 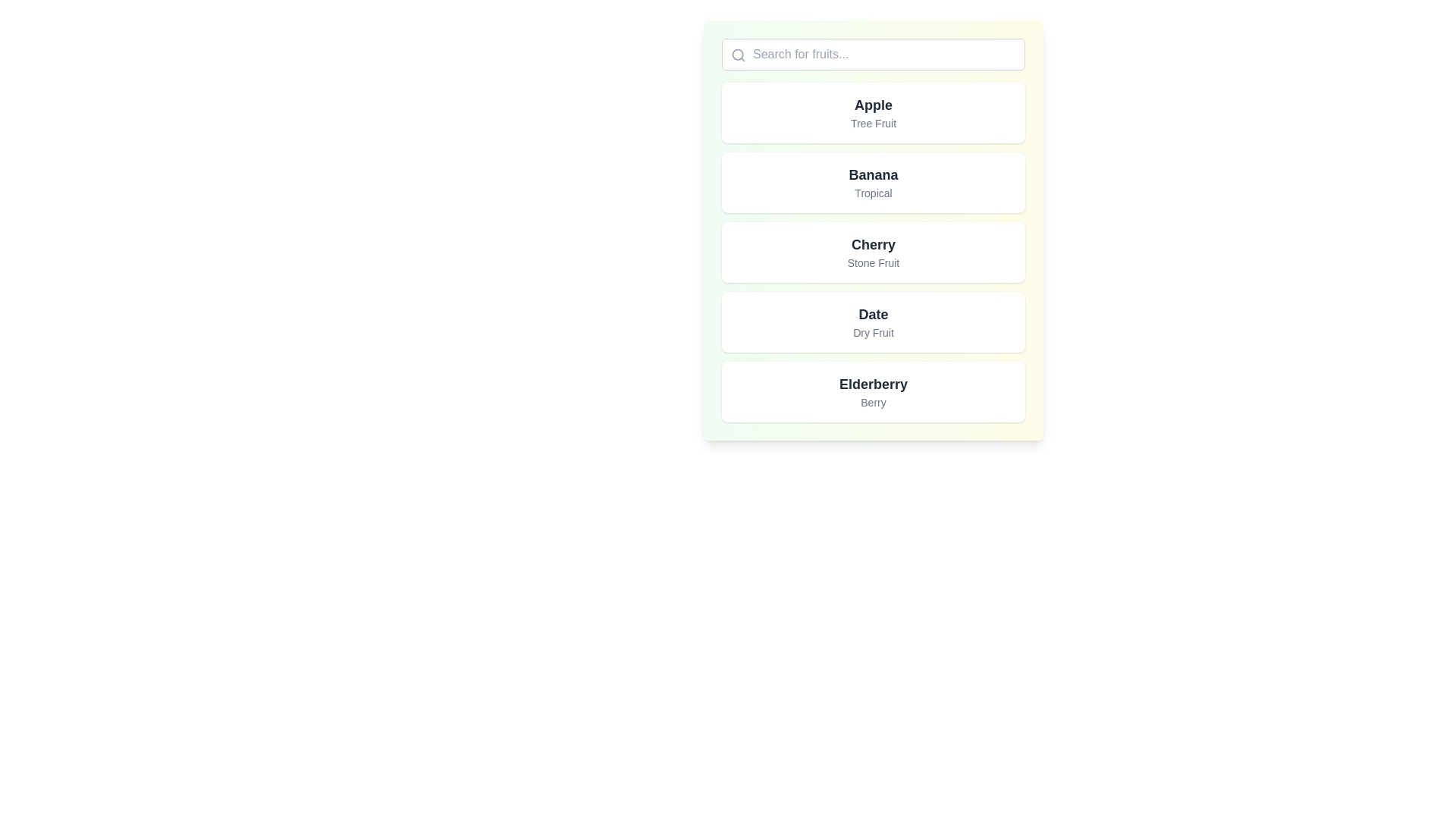 I want to click on the fruit type card that represents 'Date', which is the fourth card in a vertically stacked list, located between the 'Cherry' card above and the 'Elderberry' card below, so click(x=874, y=321).